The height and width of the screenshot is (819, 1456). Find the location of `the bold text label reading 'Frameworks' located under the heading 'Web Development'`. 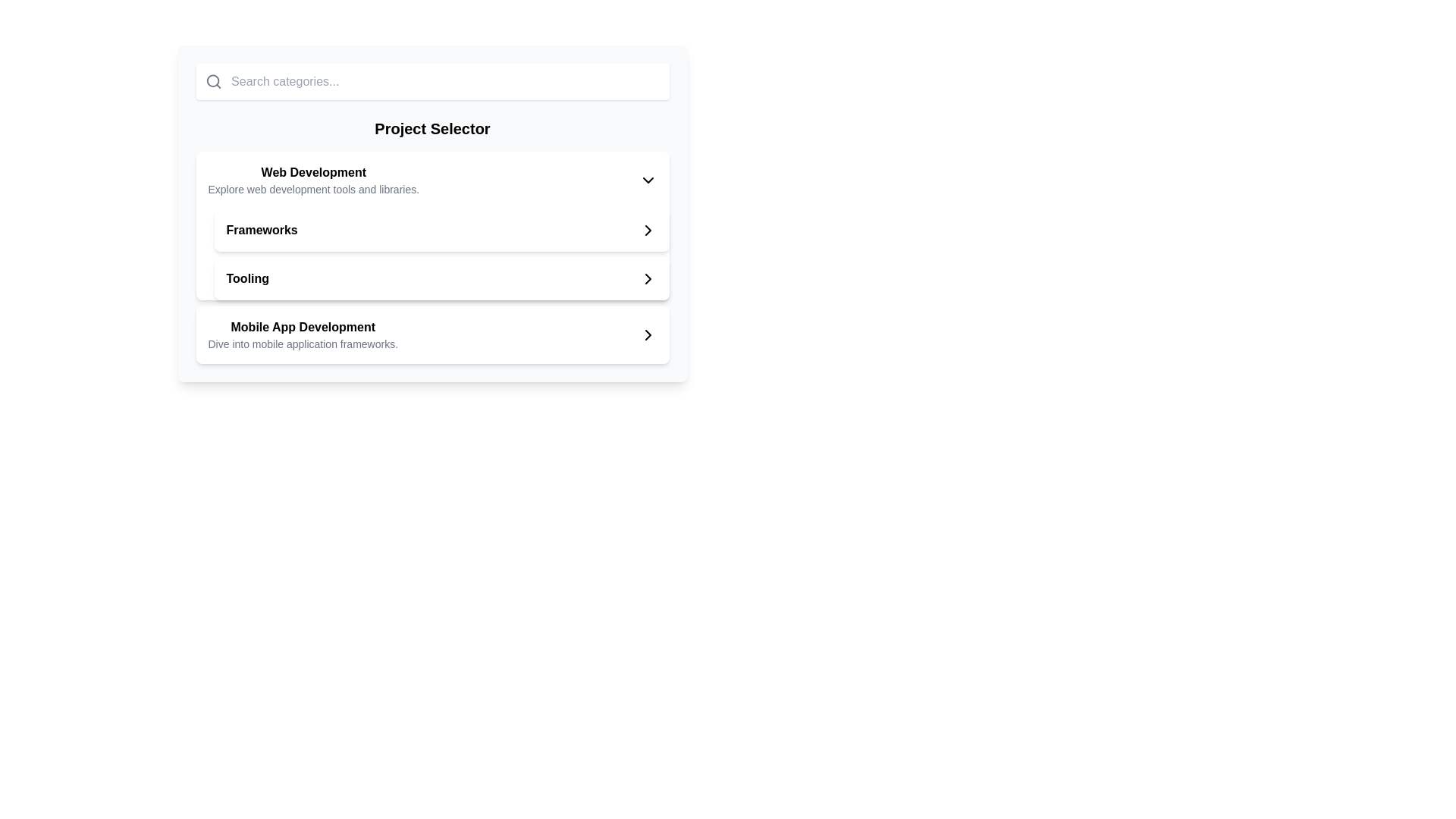

the bold text label reading 'Frameworks' located under the heading 'Web Development' is located at coordinates (262, 231).